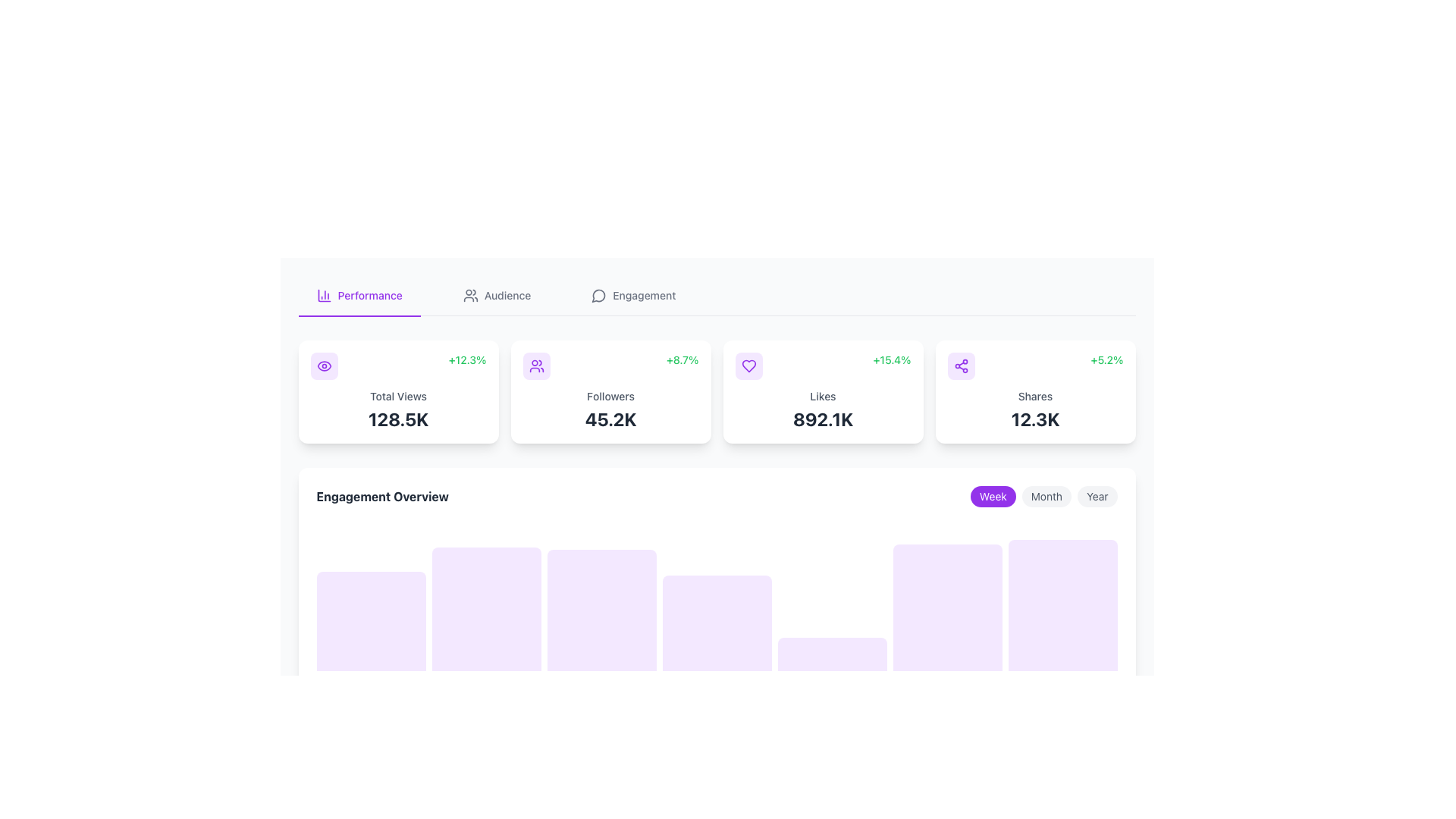  I want to click on the third bar in the row of seven bars within the 'Engagement Overview' section, which visually represents a data point in a bar chart, so click(601, 610).